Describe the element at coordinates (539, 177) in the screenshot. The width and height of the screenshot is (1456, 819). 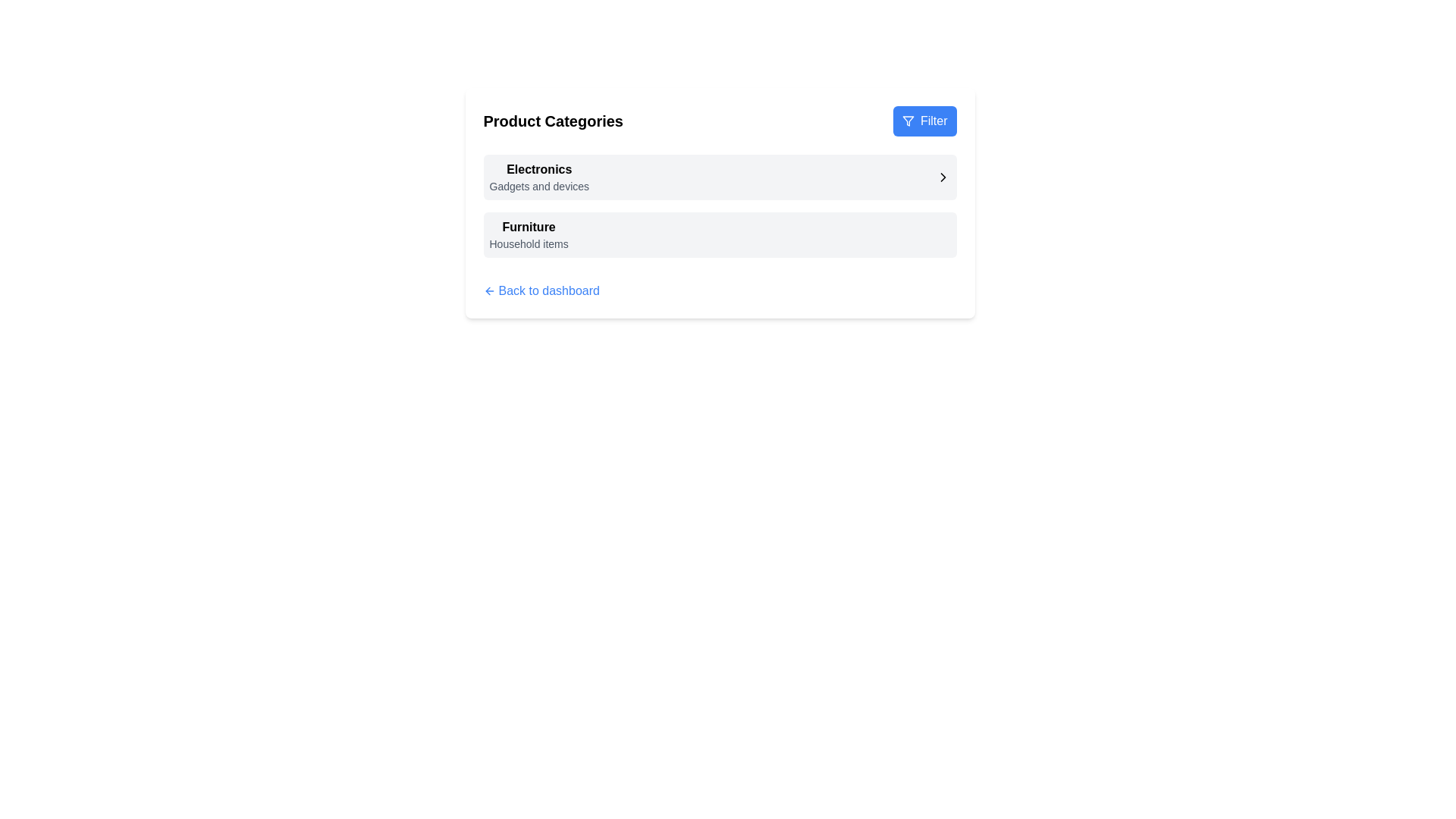
I see `the 'Electronics' text label, which serves as a category title and description within the product categories list` at that location.